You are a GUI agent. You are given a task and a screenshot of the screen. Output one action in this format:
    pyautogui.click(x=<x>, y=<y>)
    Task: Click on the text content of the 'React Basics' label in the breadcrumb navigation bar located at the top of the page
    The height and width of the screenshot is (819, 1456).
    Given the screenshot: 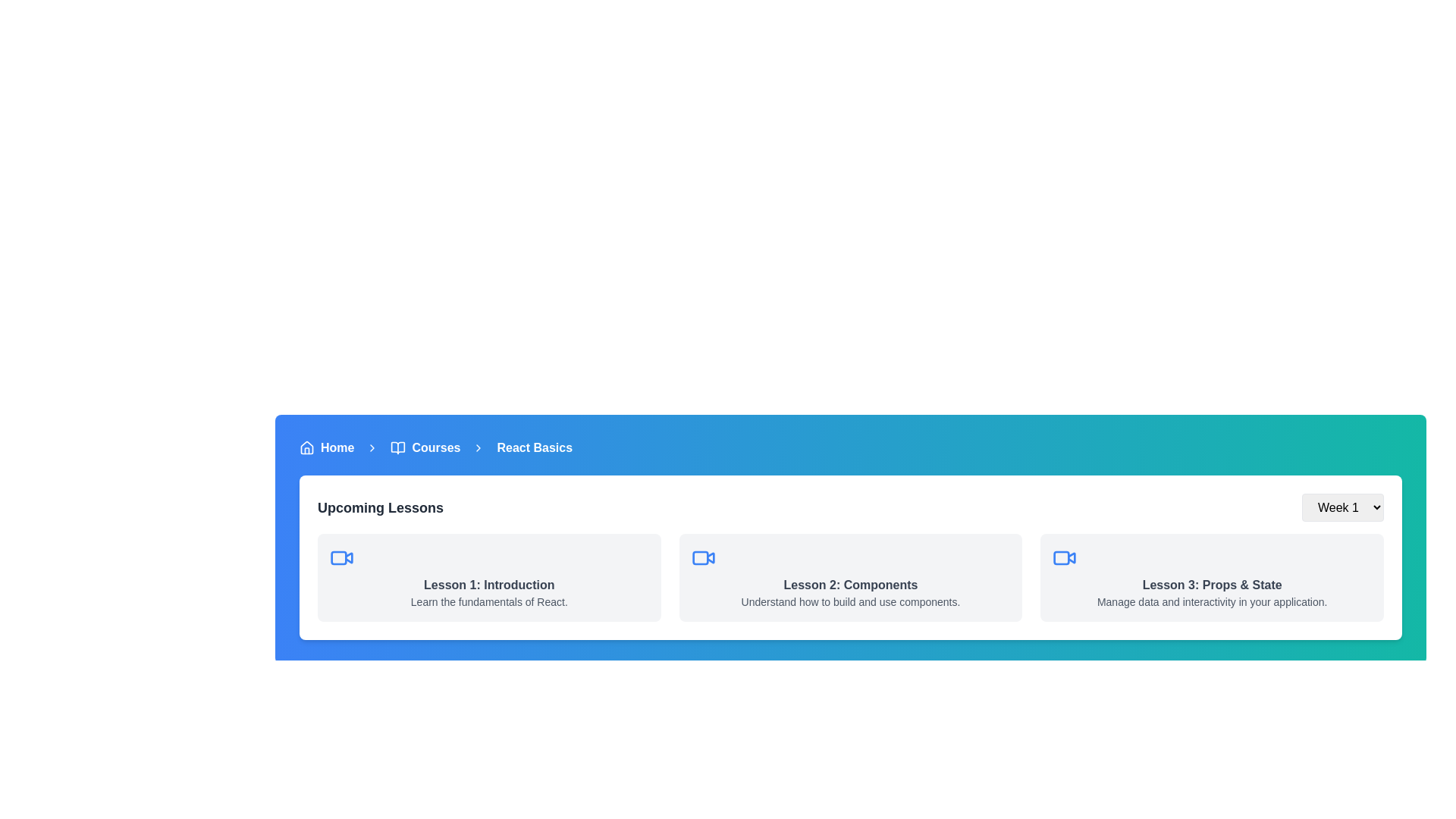 What is the action you would take?
    pyautogui.click(x=535, y=447)
    